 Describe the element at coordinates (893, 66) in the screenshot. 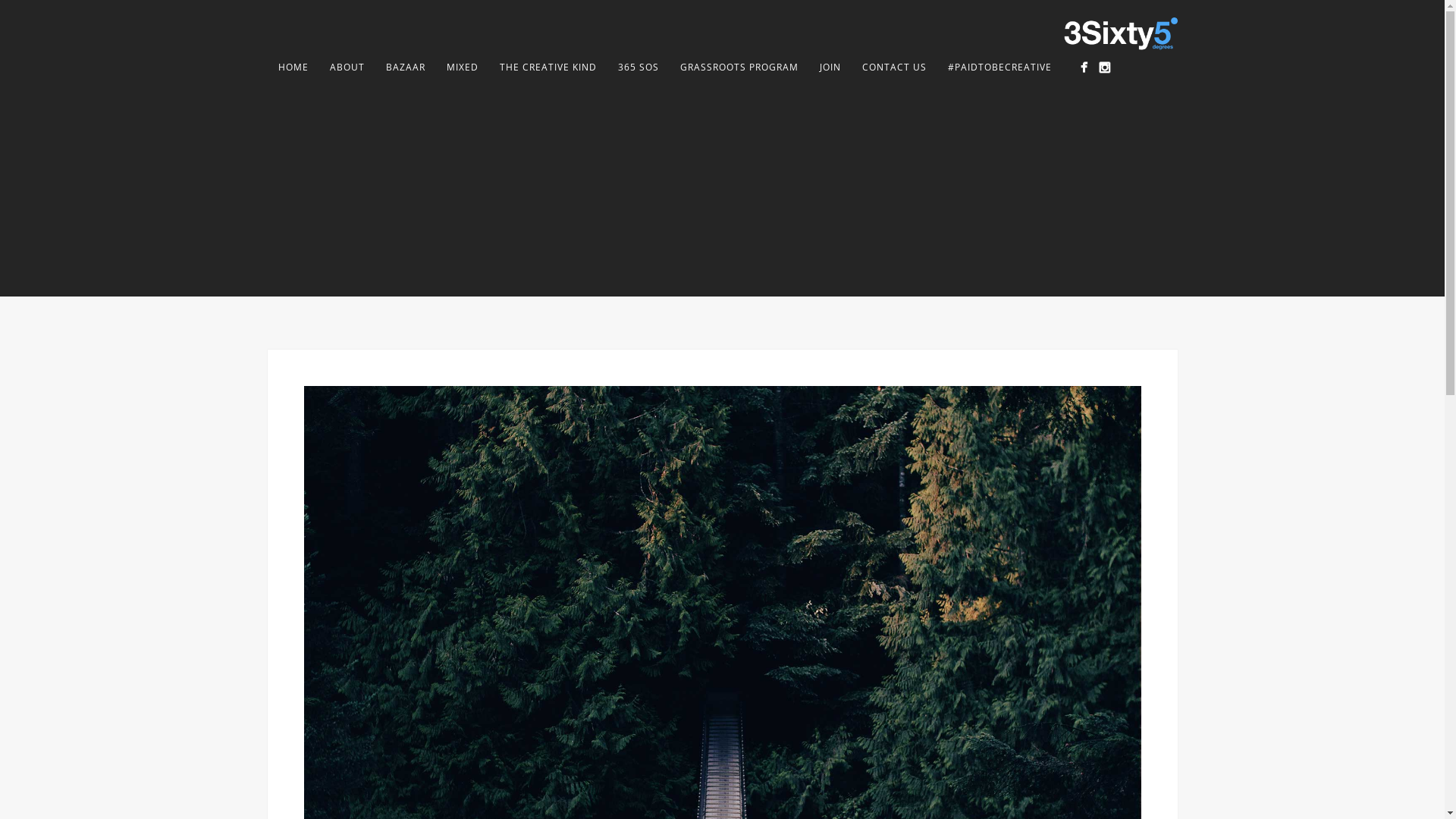

I see `'CONTACT US'` at that location.